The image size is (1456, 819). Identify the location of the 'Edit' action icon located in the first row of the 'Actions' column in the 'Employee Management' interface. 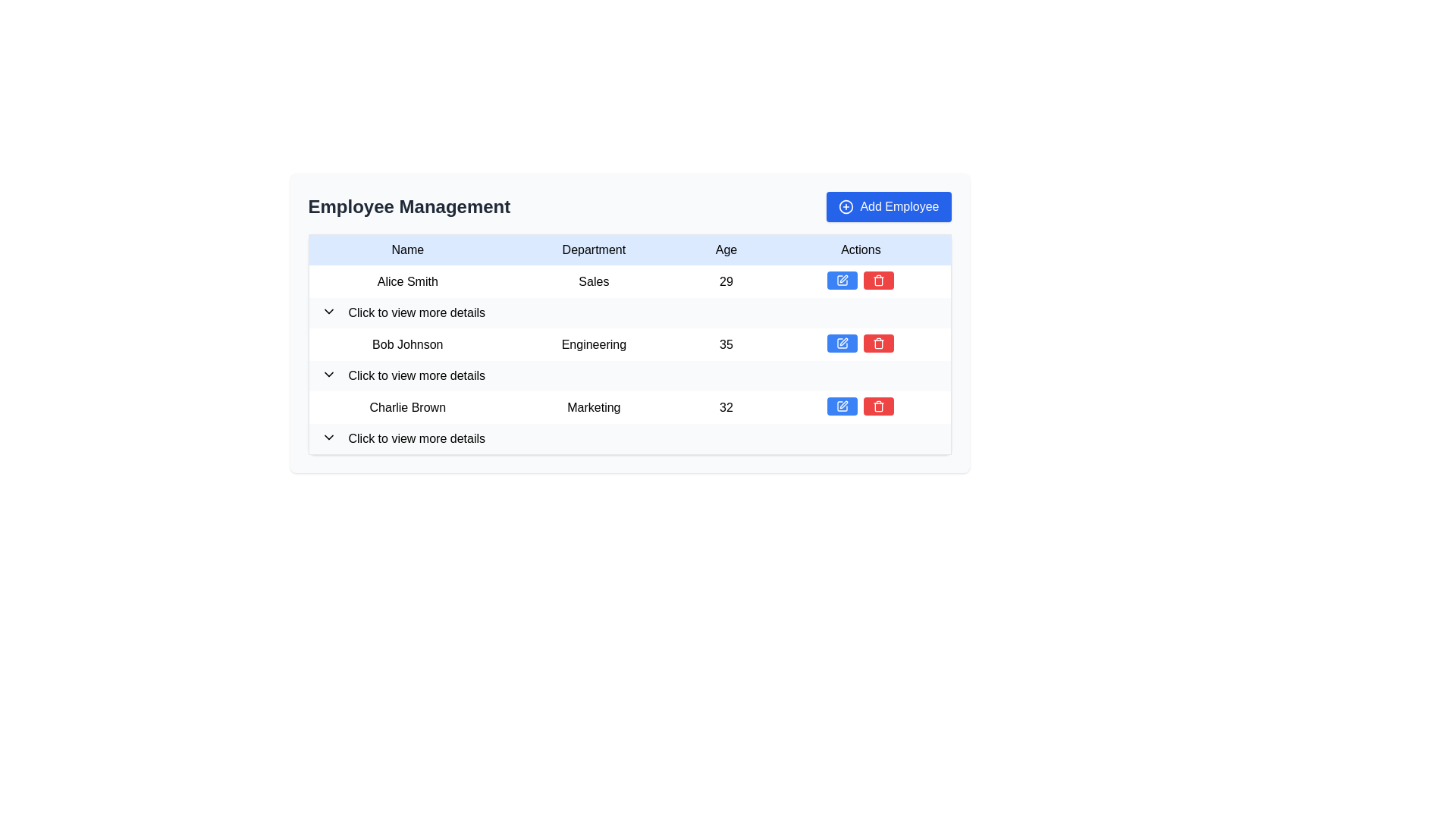
(842, 281).